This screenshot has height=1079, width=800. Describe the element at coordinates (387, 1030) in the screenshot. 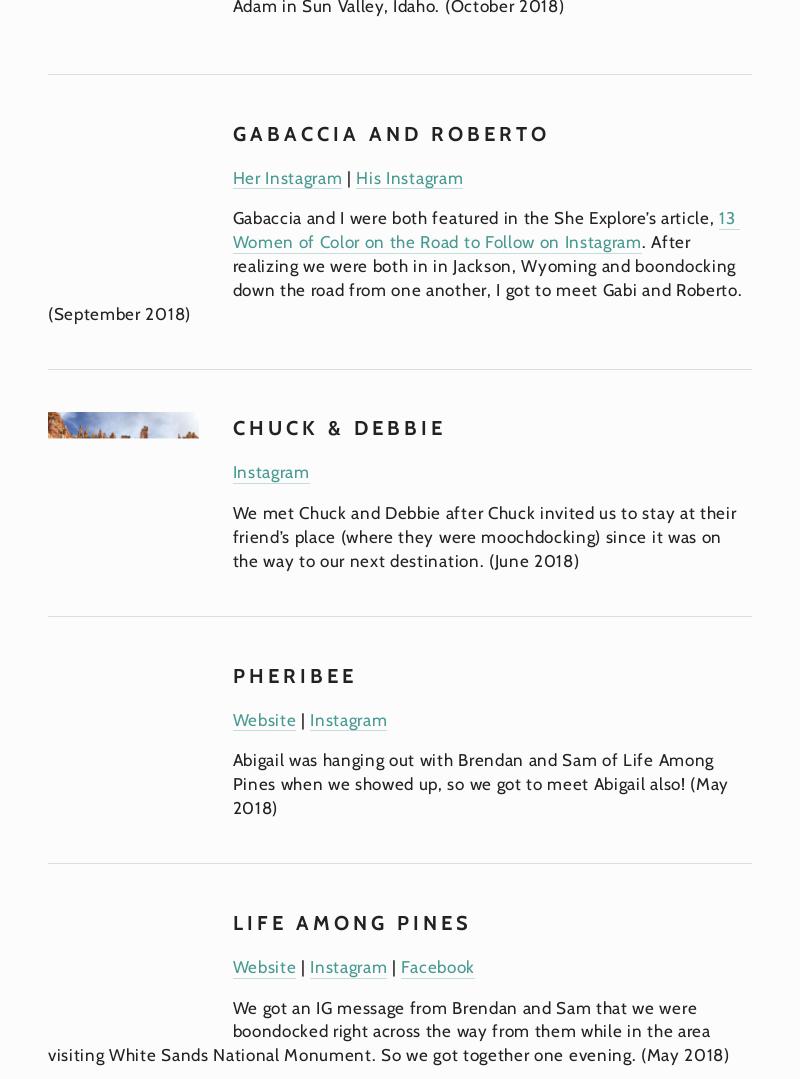

I see `'We got an IG message from Brendan and Sam that we were boondocked right across the way from them while in the area visiting White Sands National Monument. So we got together one evening. (May 2018)'` at that location.